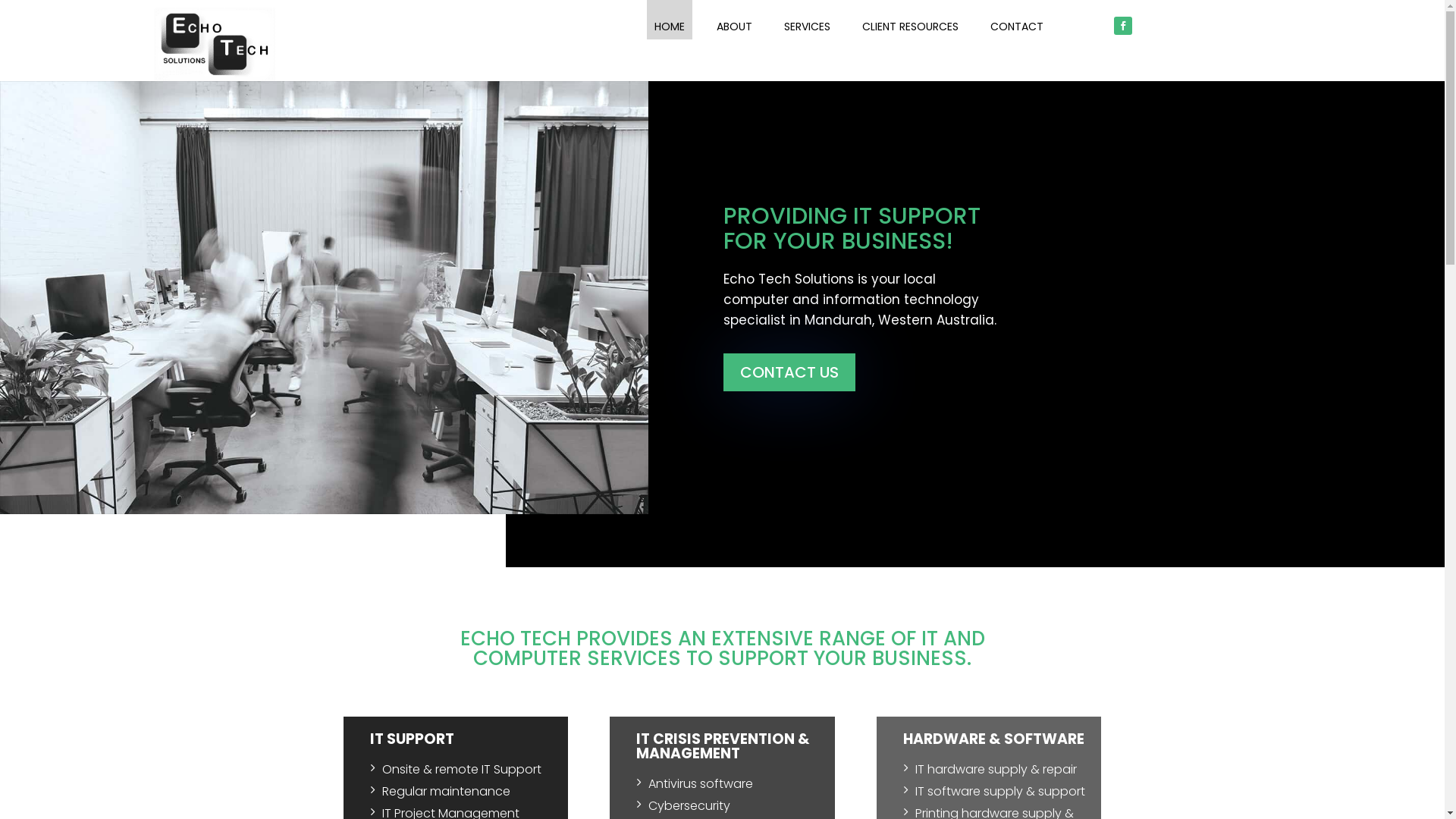 This screenshot has width=1456, height=819. What do you see at coordinates (152, 43) in the screenshot?
I see `'IT Support Mandurah | IT Company Mandurah & Peel Region WA'` at bounding box center [152, 43].